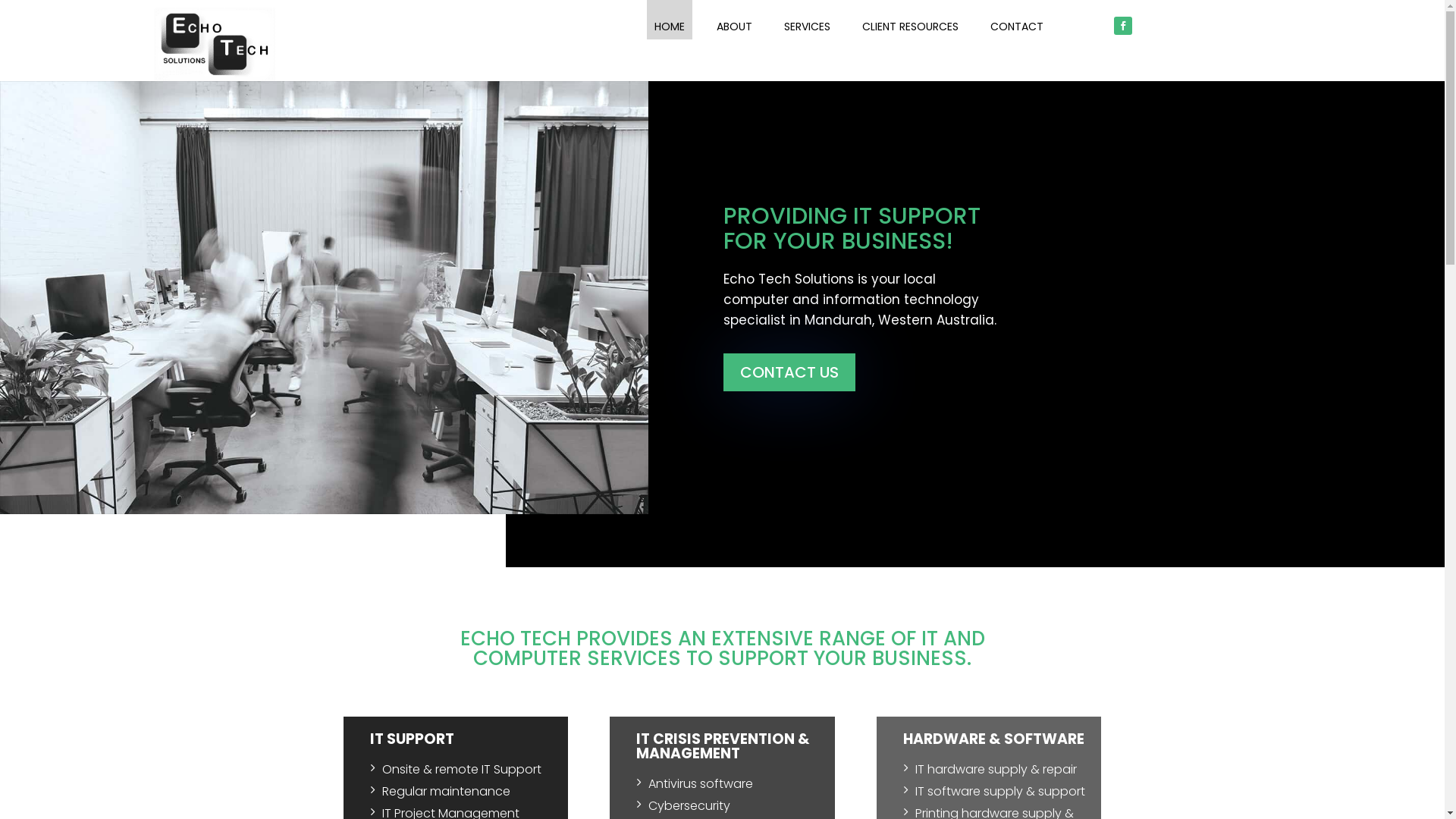 This screenshot has width=1456, height=819. What do you see at coordinates (152, 43) in the screenshot?
I see `'IT Support Mandurah | IT Company Mandurah & Peel Region WA'` at bounding box center [152, 43].